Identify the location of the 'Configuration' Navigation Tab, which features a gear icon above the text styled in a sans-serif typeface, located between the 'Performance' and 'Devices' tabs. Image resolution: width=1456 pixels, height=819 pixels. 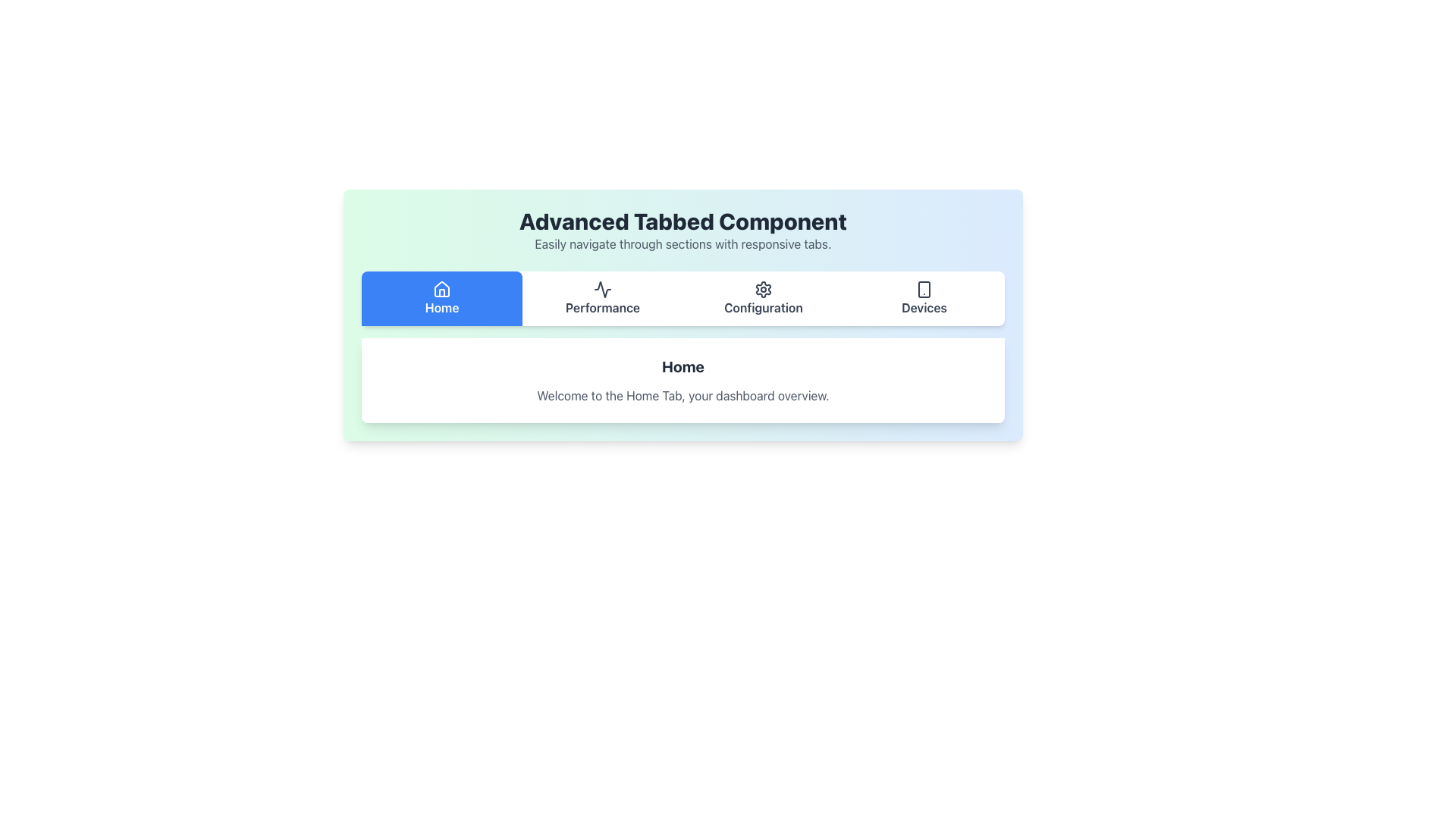
(764, 298).